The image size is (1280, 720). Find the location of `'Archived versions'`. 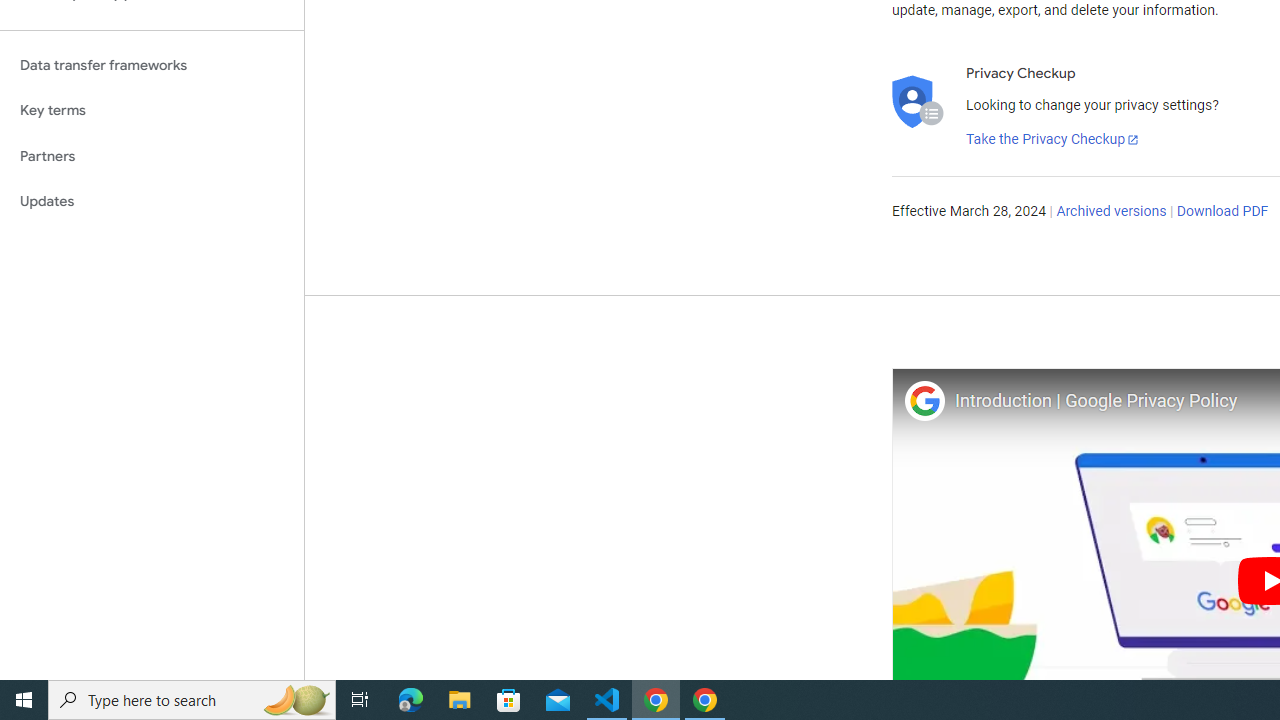

'Archived versions' is located at coordinates (1110, 212).